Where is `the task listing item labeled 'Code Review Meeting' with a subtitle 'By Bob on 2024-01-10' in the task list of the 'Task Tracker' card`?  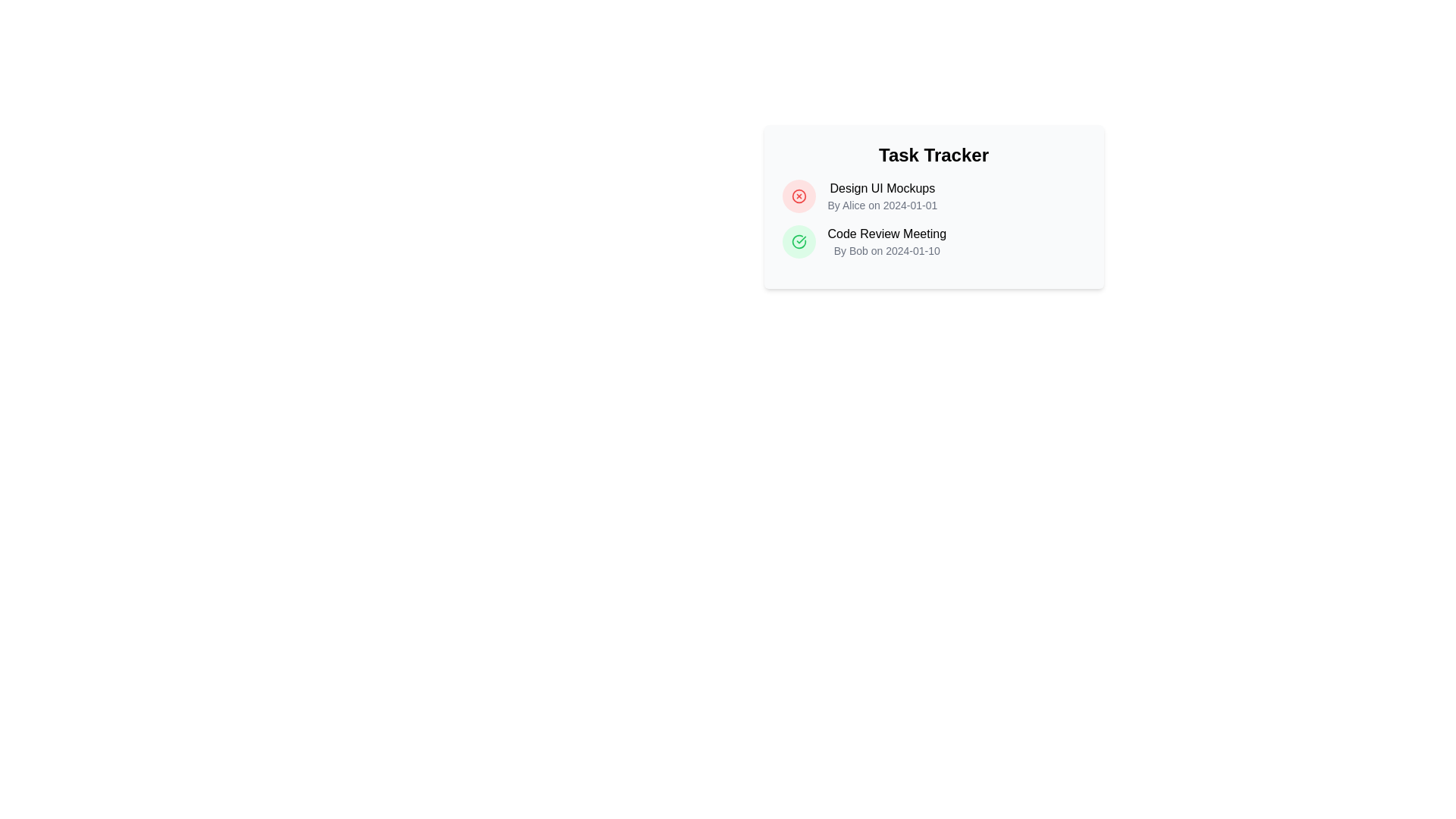
the task listing item labeled 'Code Review Meeting' with a subtitle 'By Bob on 2024-01-10' in the task list of the 'Task Tracker' card is located at coordinates (933, 241).